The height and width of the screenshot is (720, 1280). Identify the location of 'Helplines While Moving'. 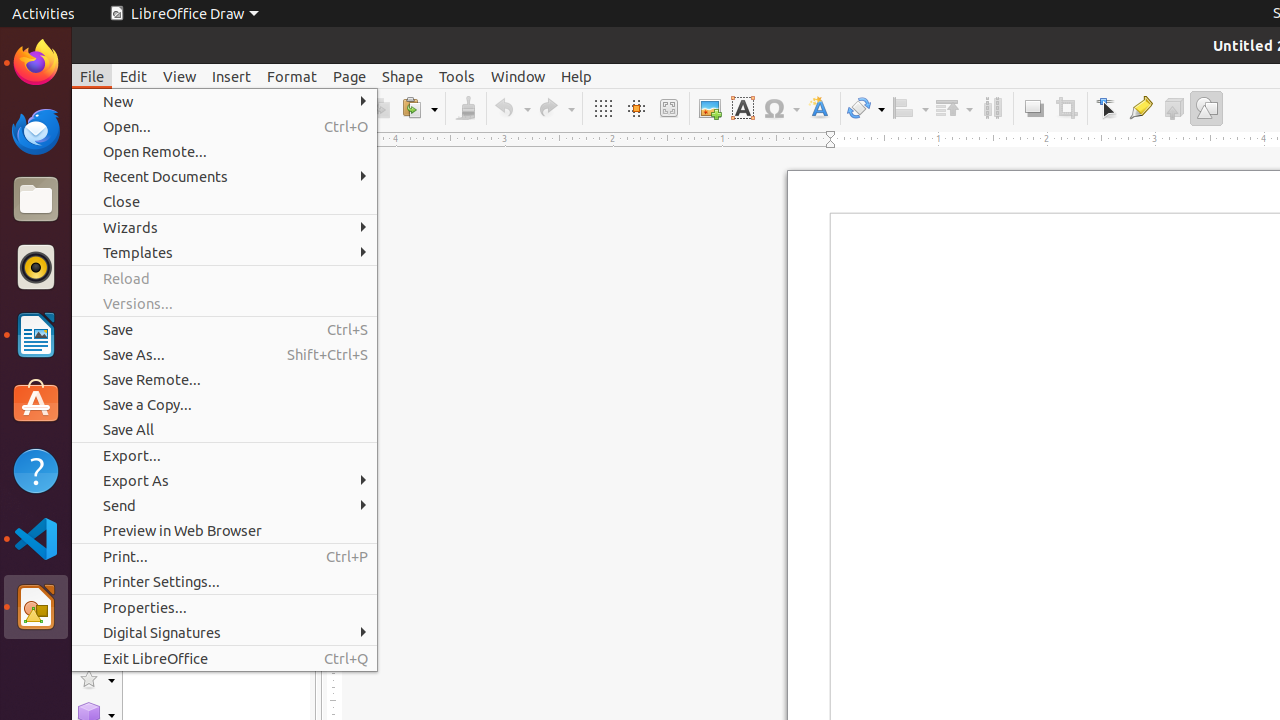
(634, 108).